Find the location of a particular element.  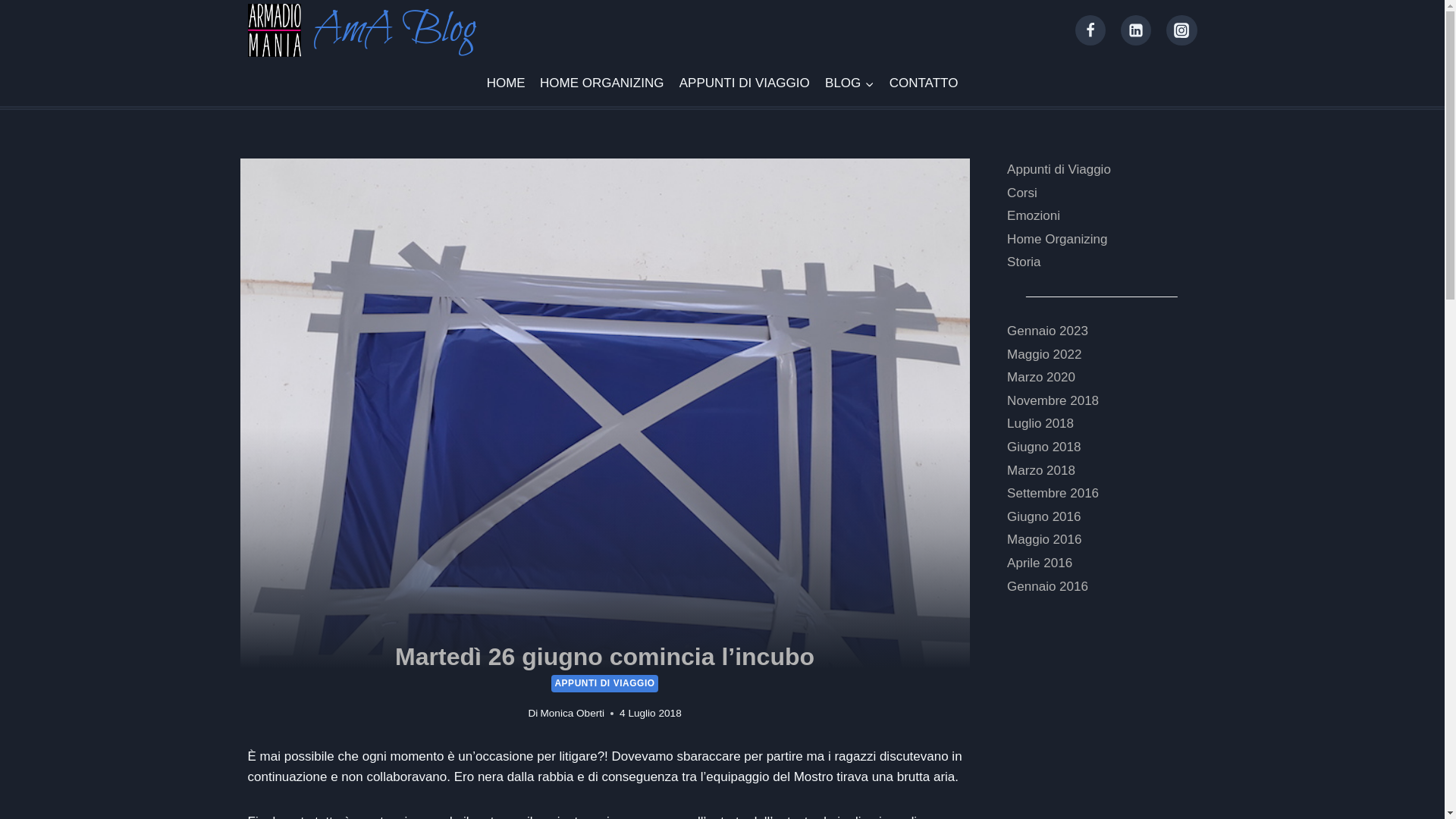

'Novembre 2018' is located at coordinates (1052, 400).